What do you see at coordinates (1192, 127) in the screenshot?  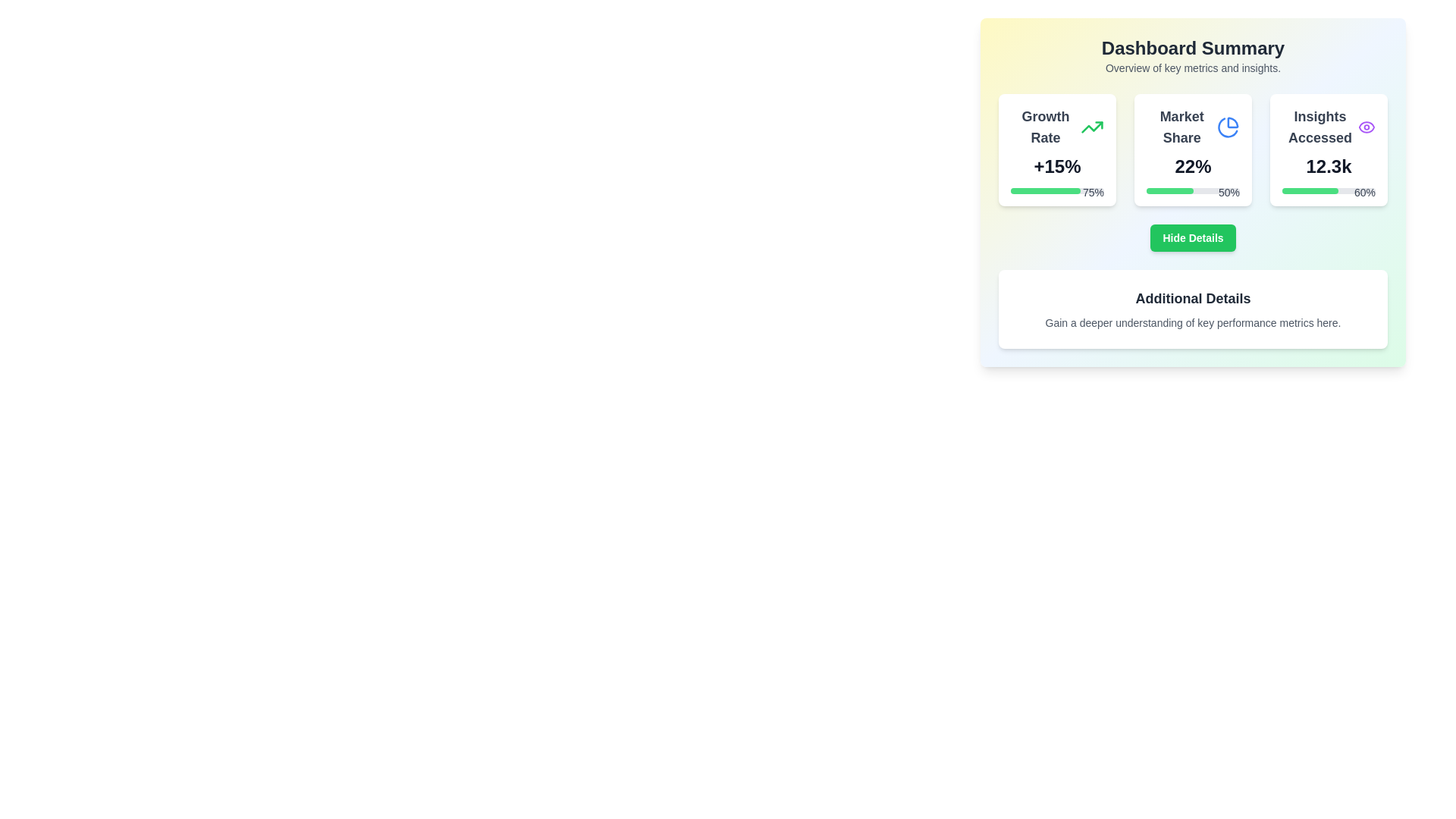 I see `text label 'Market Share' which is bold and accompanied by a blue pie chart icon, located in the center of the dashboard between 'Growth Rate' and 'Insights Accessed'` at bounding box center [1192, 127].